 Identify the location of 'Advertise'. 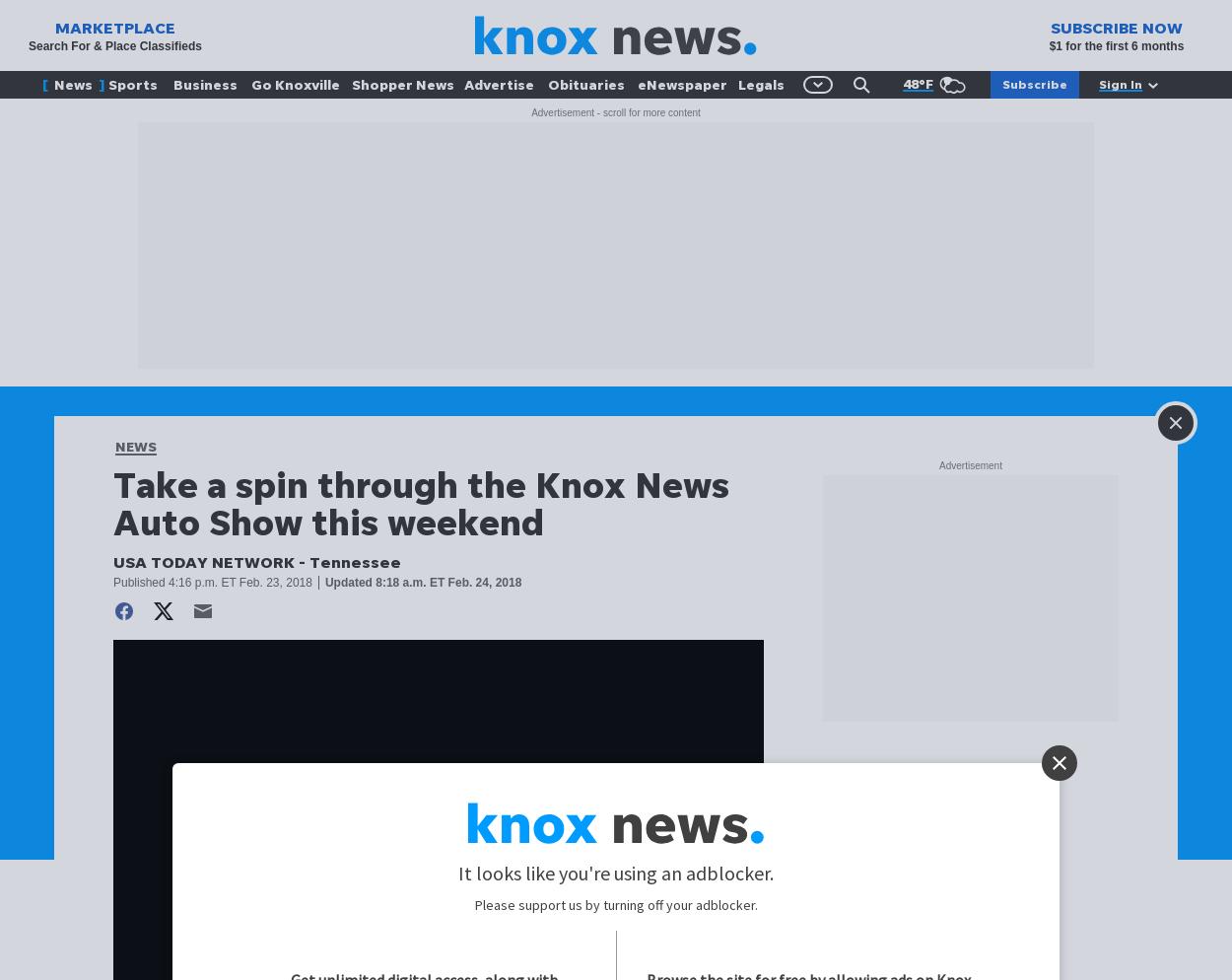
(499, 84).